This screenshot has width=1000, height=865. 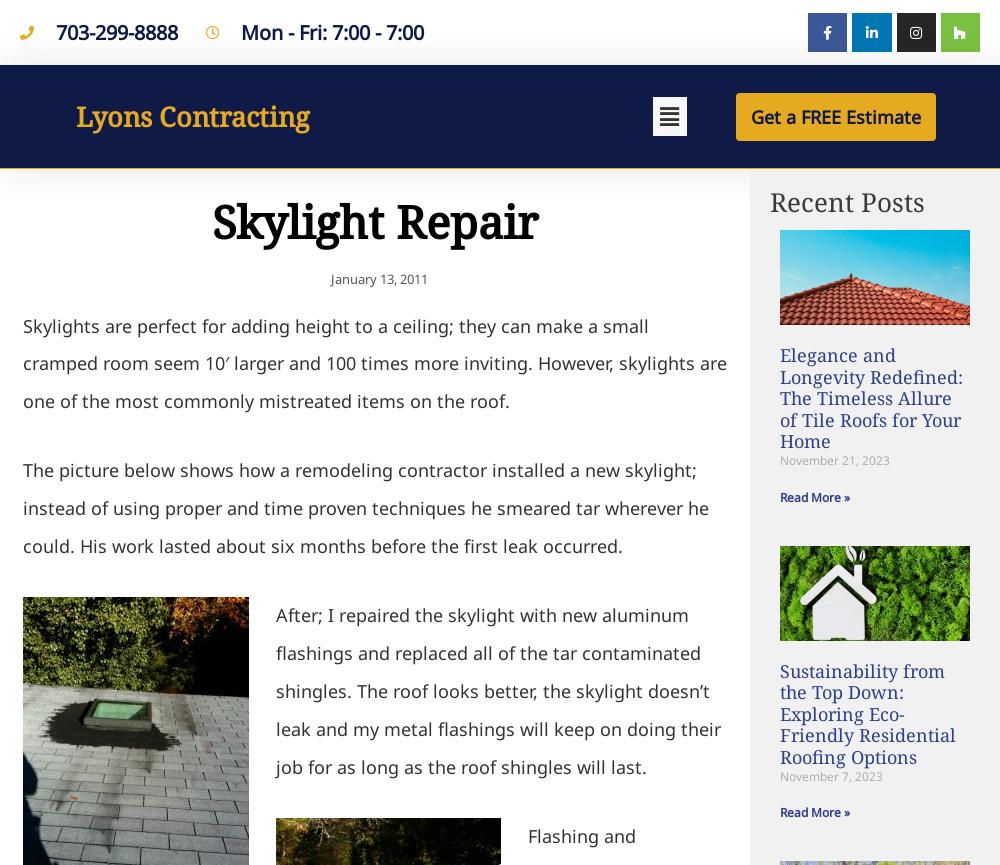 I want to click on 'Skylight Repair', so click(x=211, y=219).